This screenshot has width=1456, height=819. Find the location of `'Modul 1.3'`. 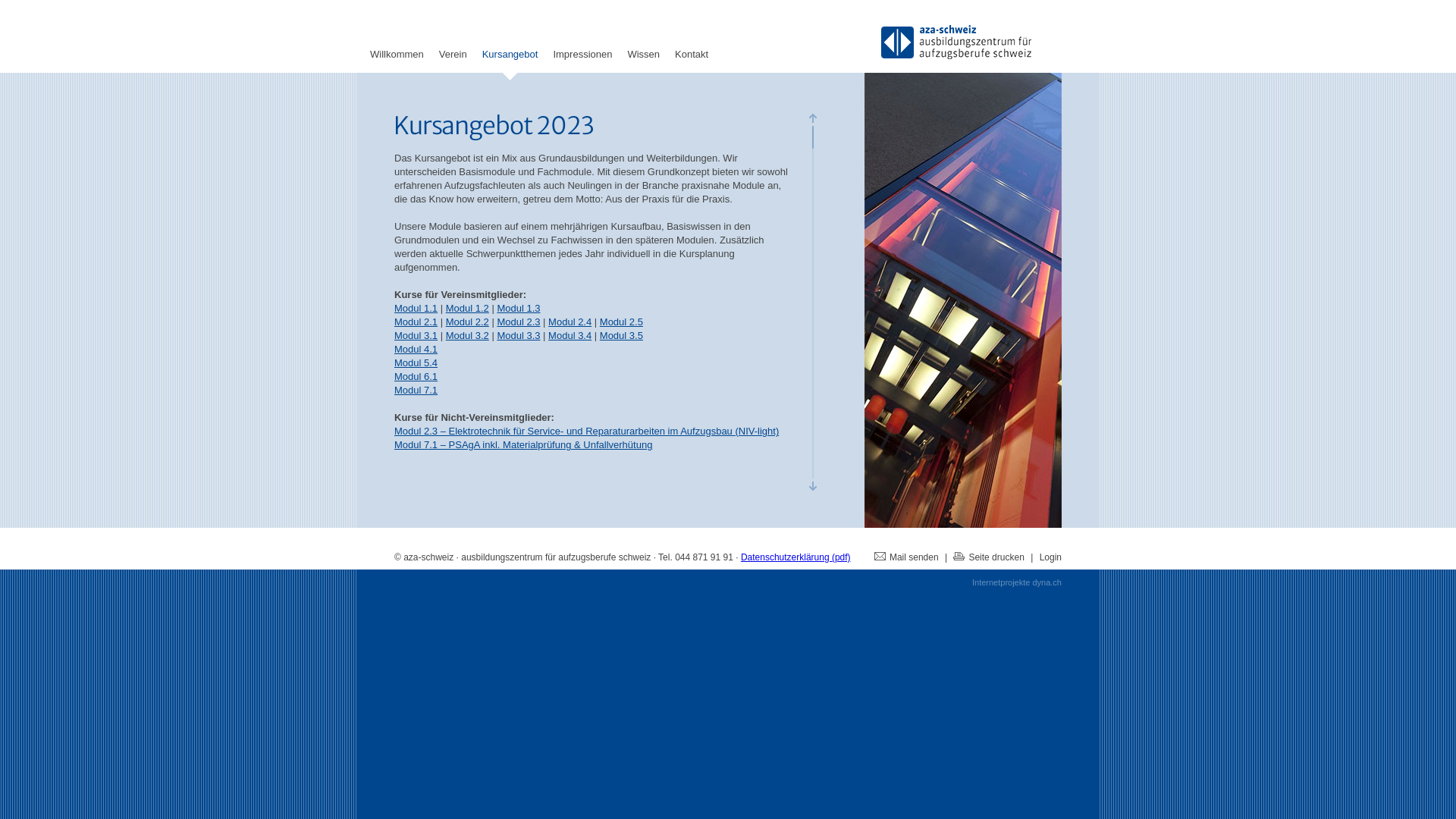

'Modul 1.3' is located at coordinates (518, 307).